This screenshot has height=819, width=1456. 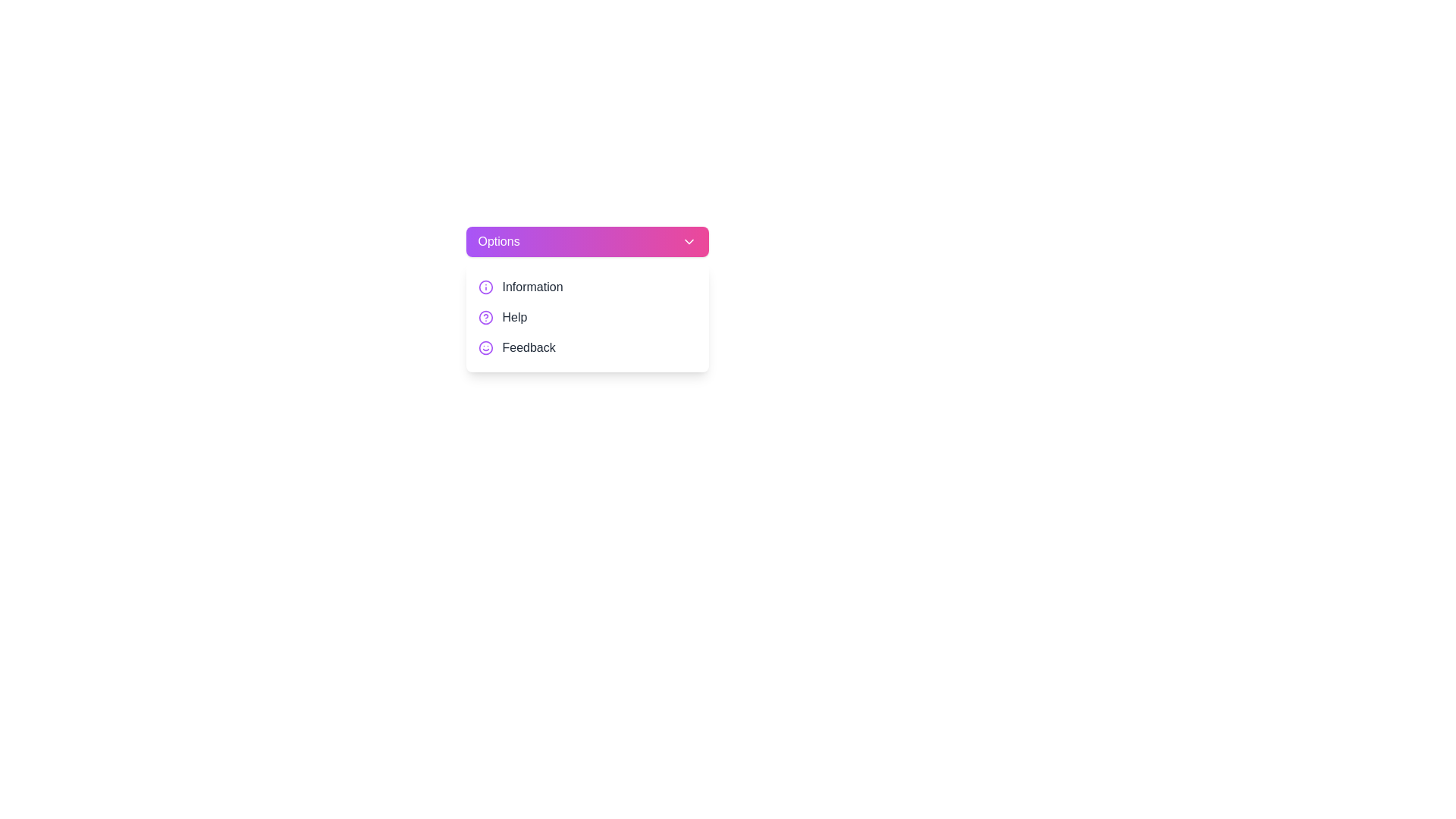 I want to click on the 'Help' text label, which is the second item in the dropdown menu under the 'Options' header, so click(x=514, y=317).